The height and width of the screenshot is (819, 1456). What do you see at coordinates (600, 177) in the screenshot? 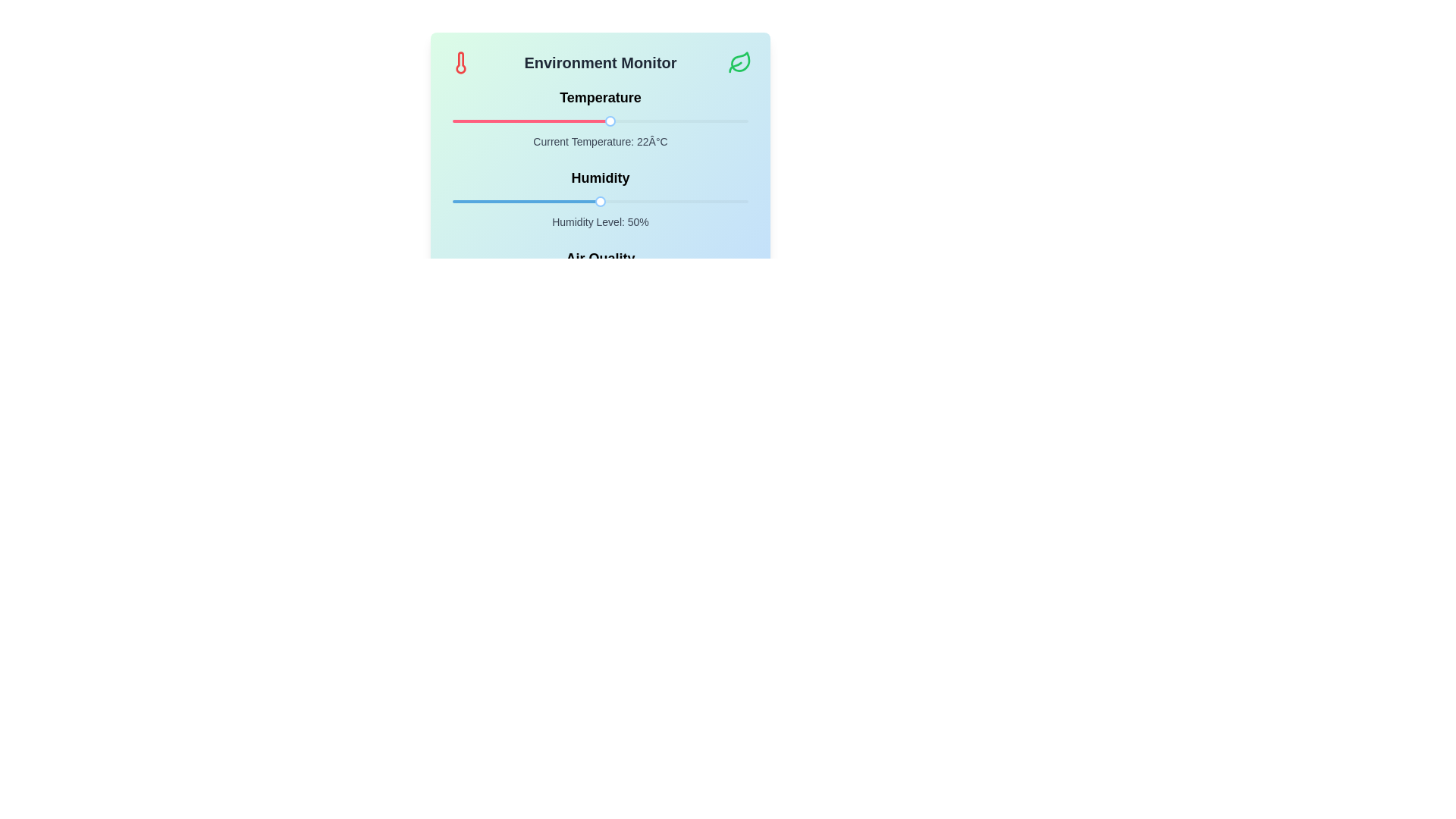
I see `the label indicating the humidity section, which is positioned above the slider component and displays 'Humidity Level: 50%' in the 'Environment Monitor' interface` at bounding box center [600, 177].